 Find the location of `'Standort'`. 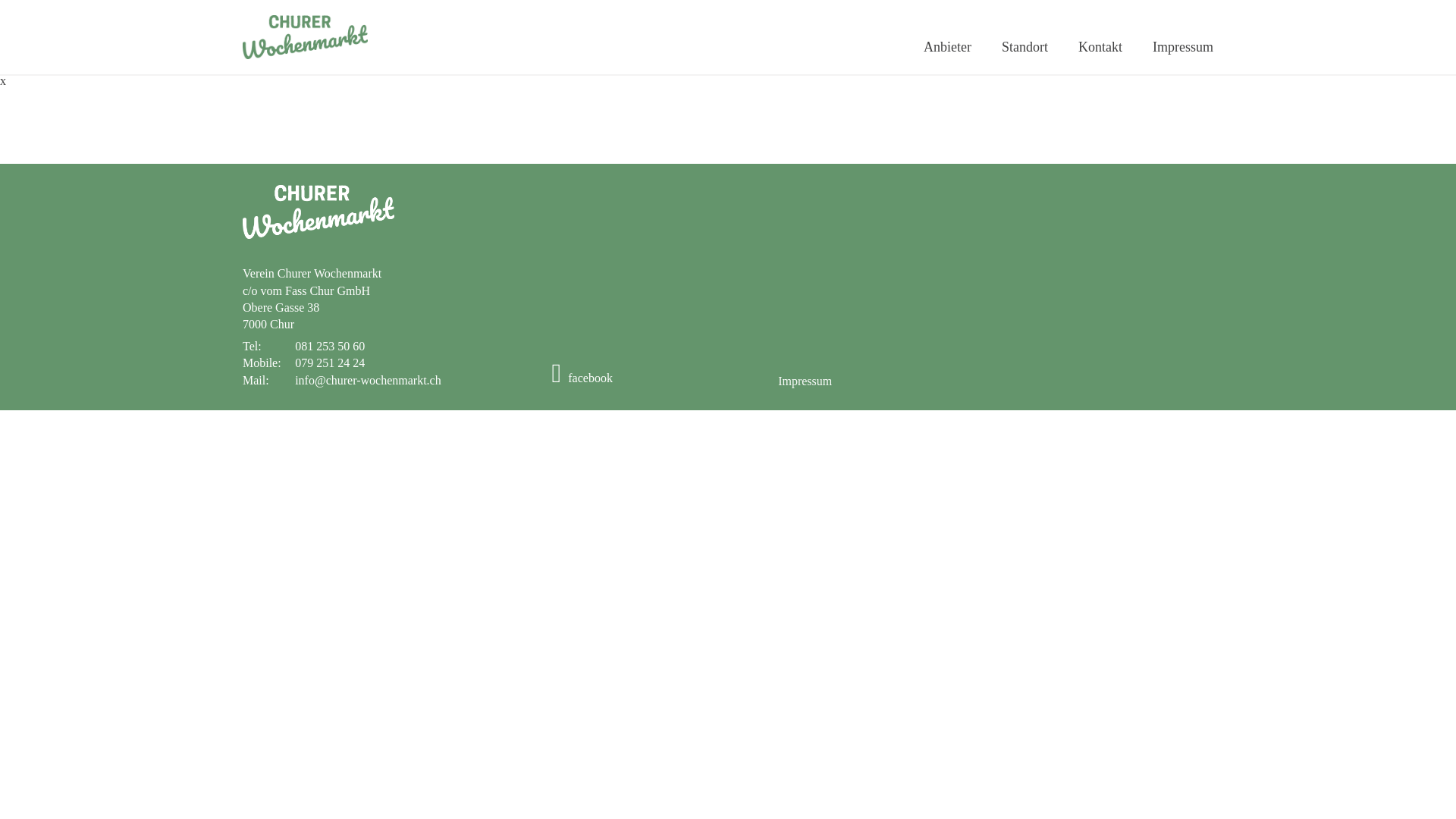

'Standort' is located at coordinates (1025, 46).